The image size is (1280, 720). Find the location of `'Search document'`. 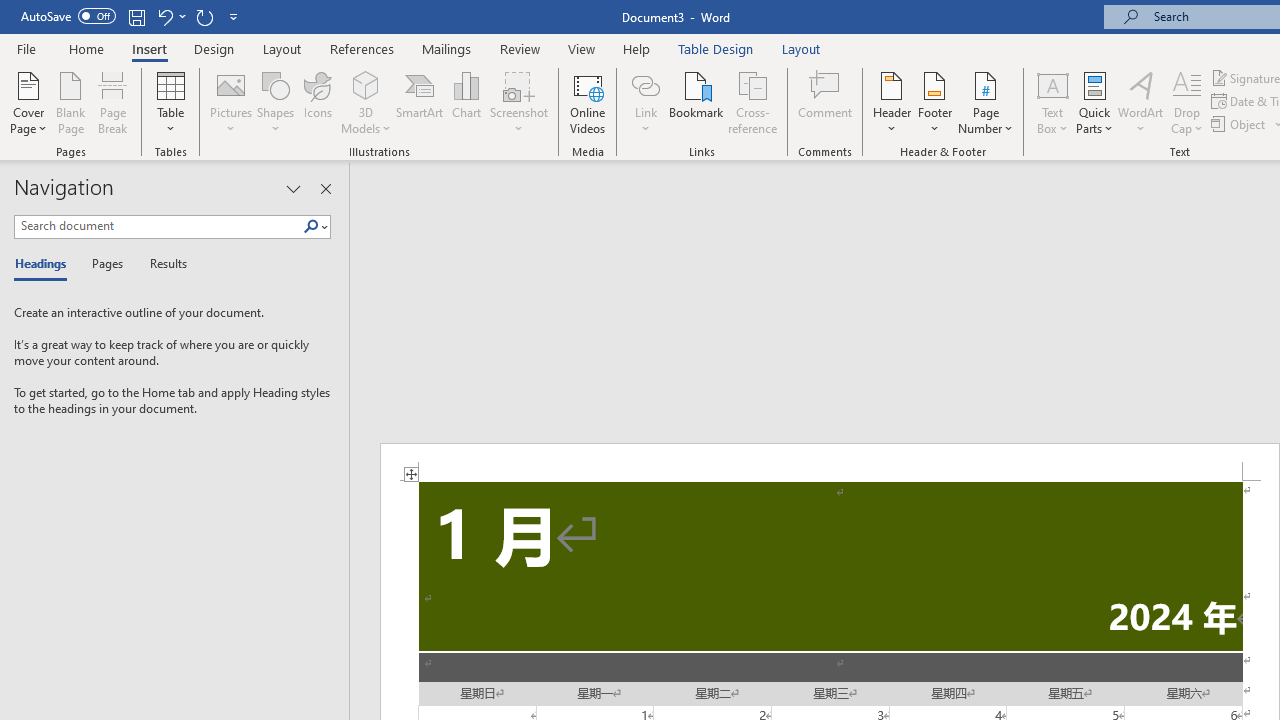

'Search document' is located at coordinates (157, 225).